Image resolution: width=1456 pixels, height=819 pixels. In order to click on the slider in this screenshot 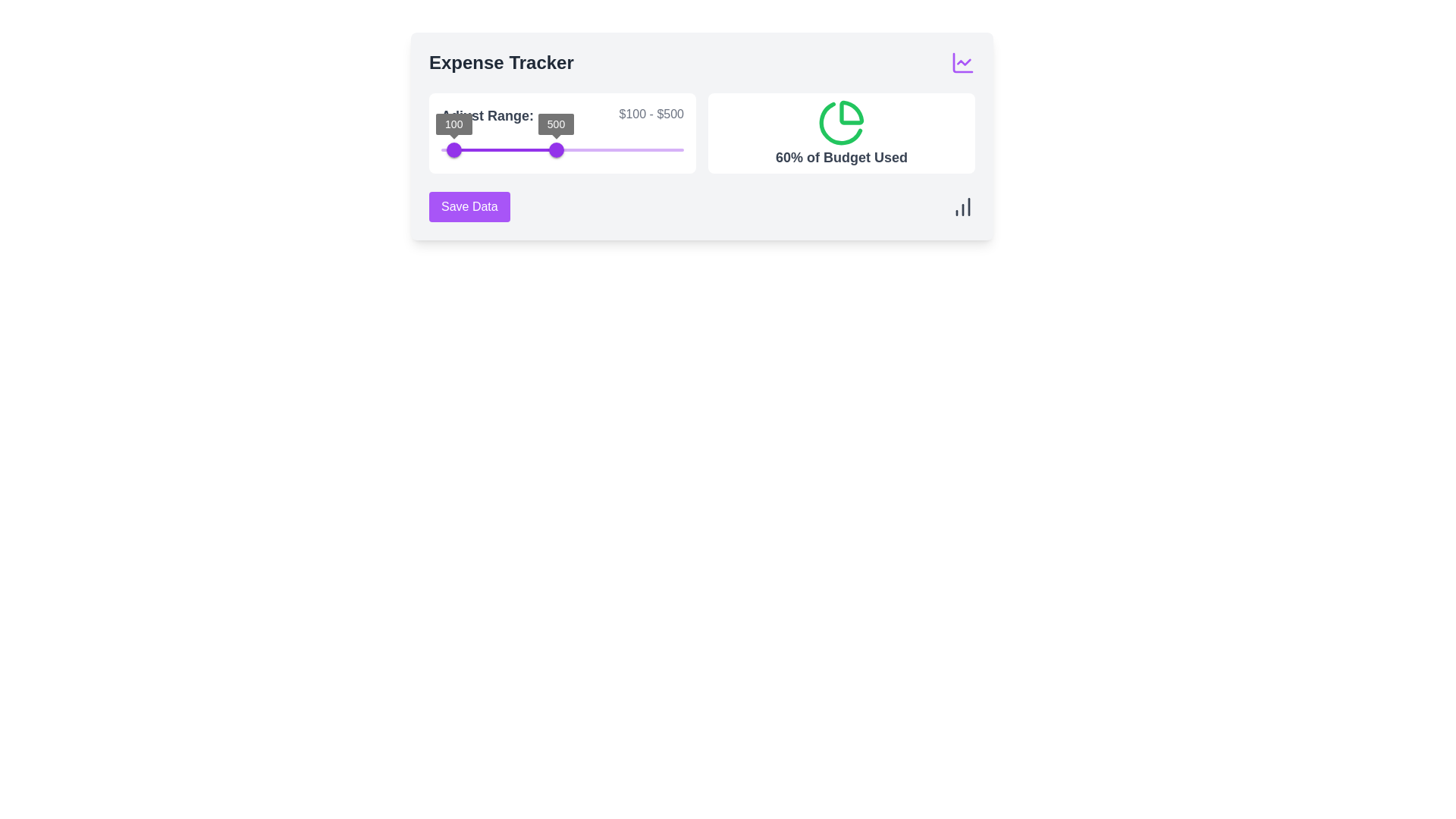, I will do `click(571, 149)`.